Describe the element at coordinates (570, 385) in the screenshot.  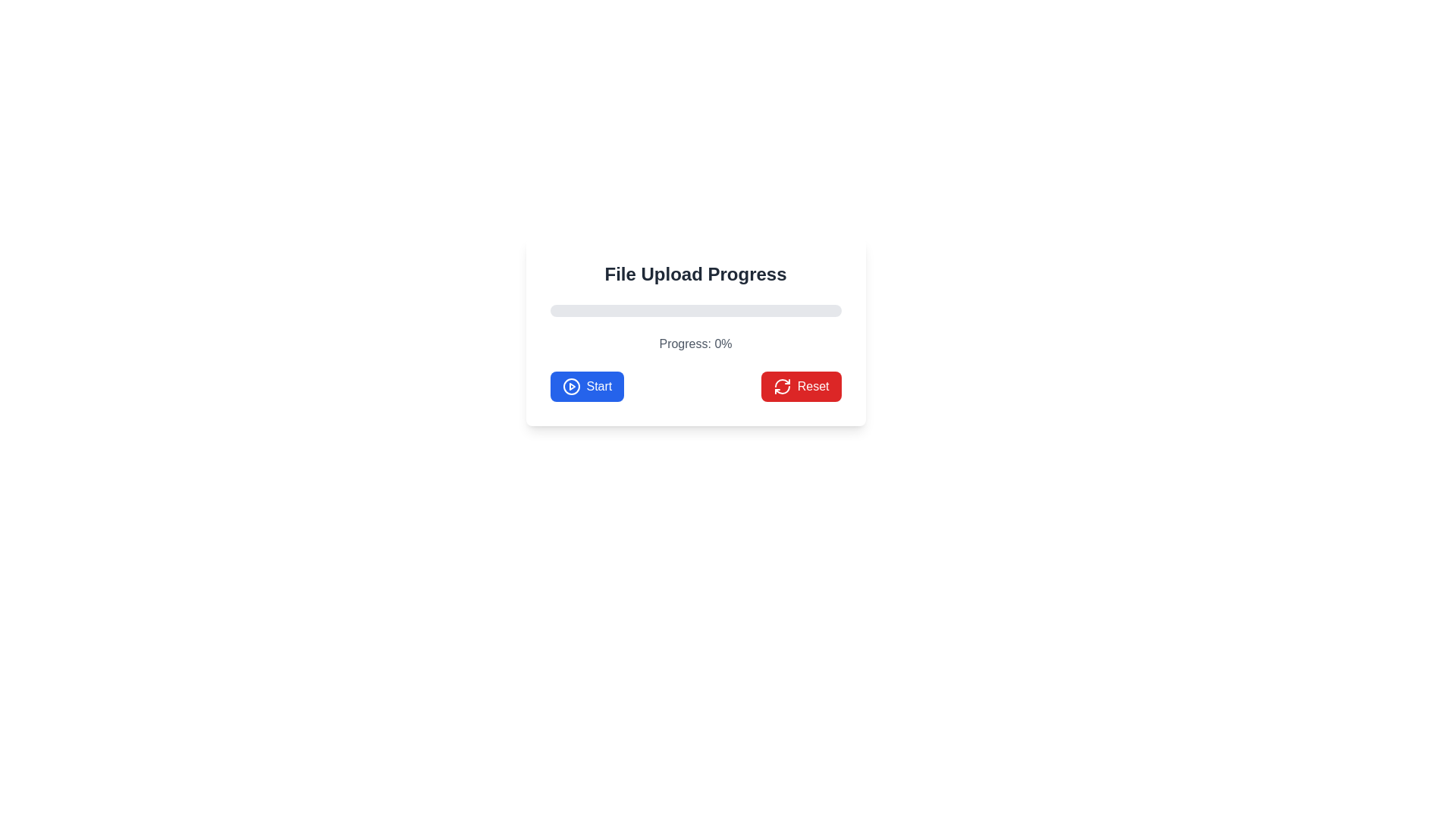
I see `the visual indicator icon inside the blue 'Start' button to initiate the 'start' action` at that location.